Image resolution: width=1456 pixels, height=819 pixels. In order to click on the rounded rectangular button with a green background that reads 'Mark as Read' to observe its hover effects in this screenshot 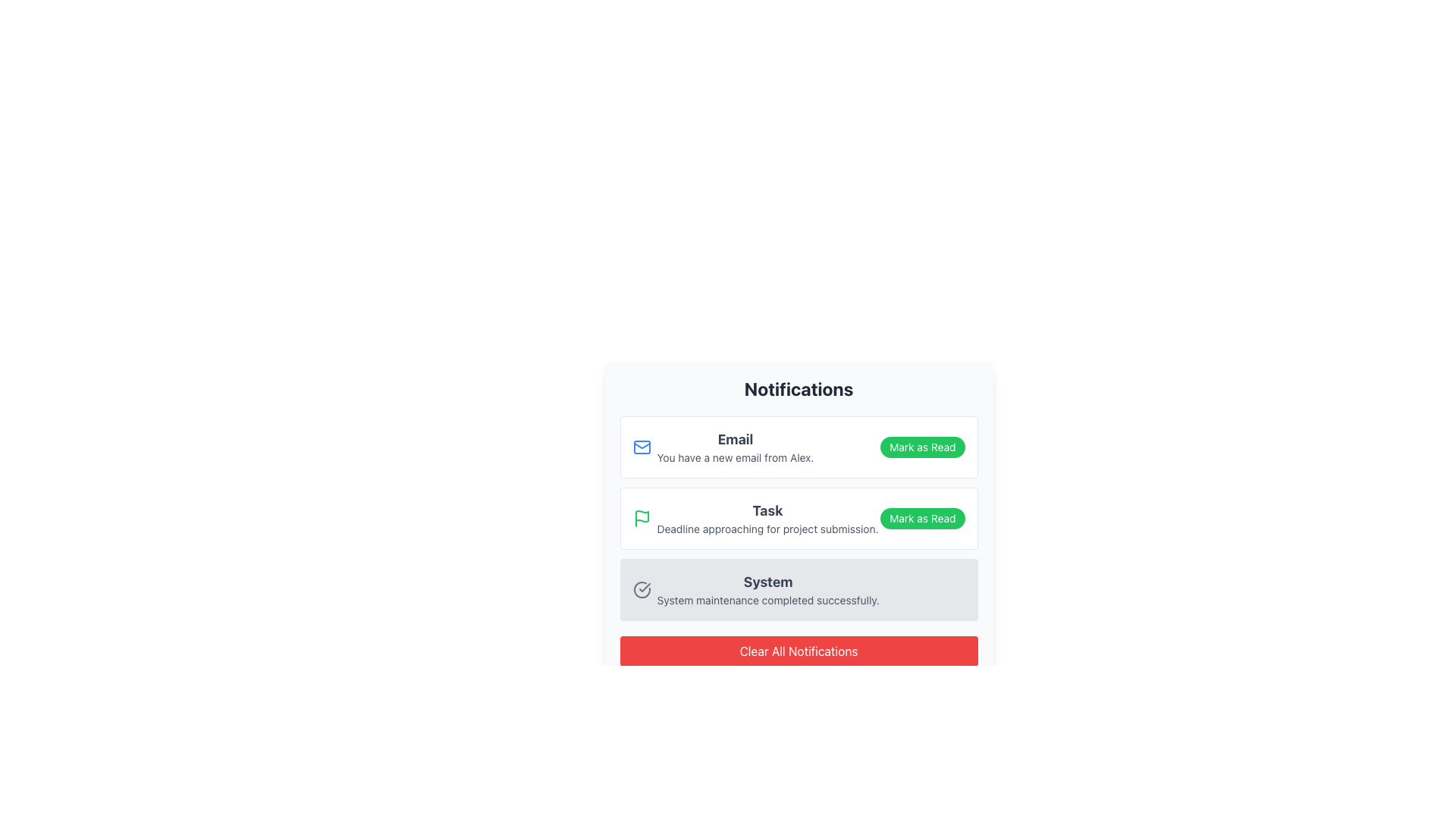, I will do `click(921, 517)`.